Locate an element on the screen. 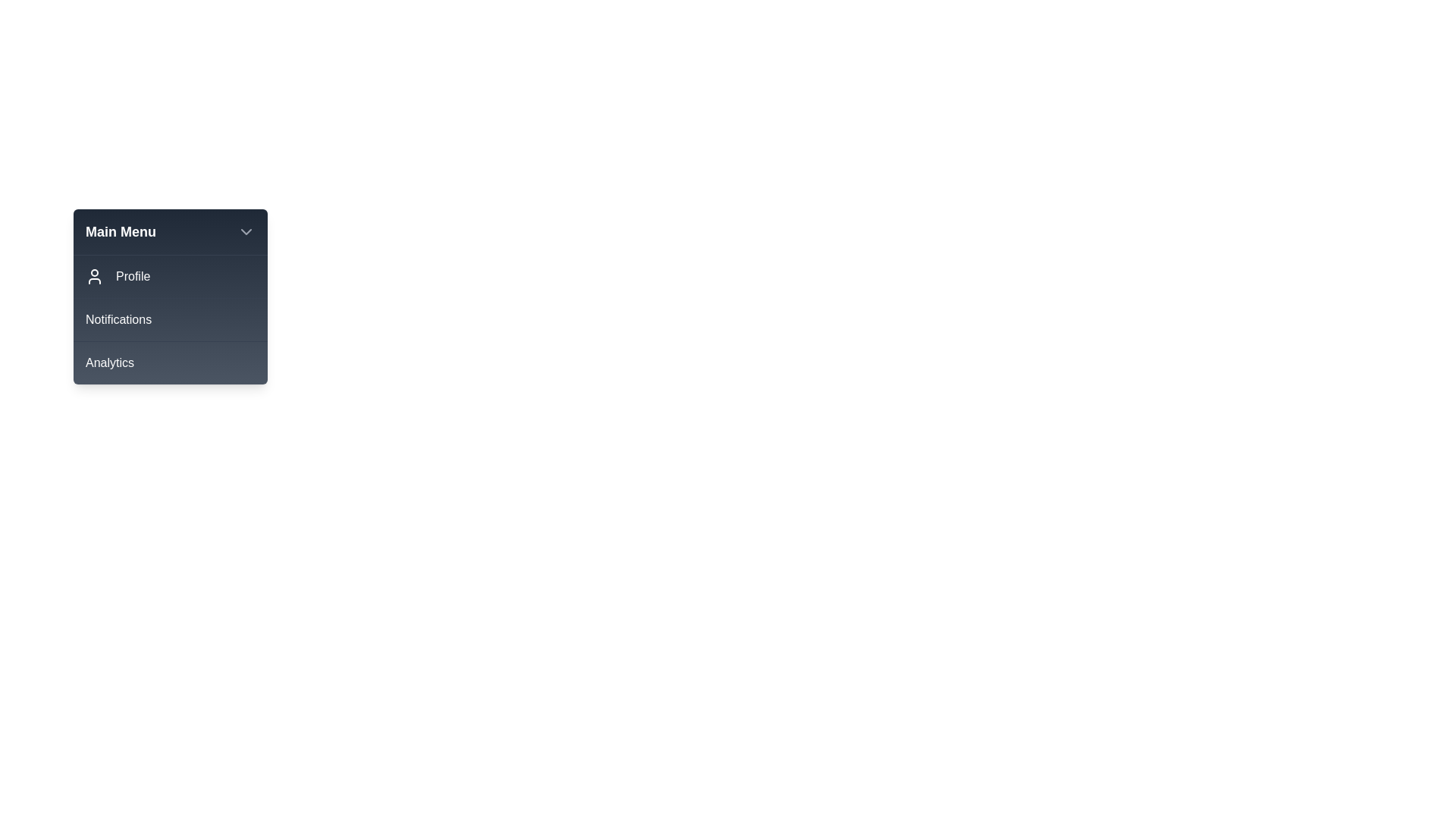 The height and width of the screenshot is (819, 1456). the icon associated with the menu item Analytics is located at coordinates (93, 362).